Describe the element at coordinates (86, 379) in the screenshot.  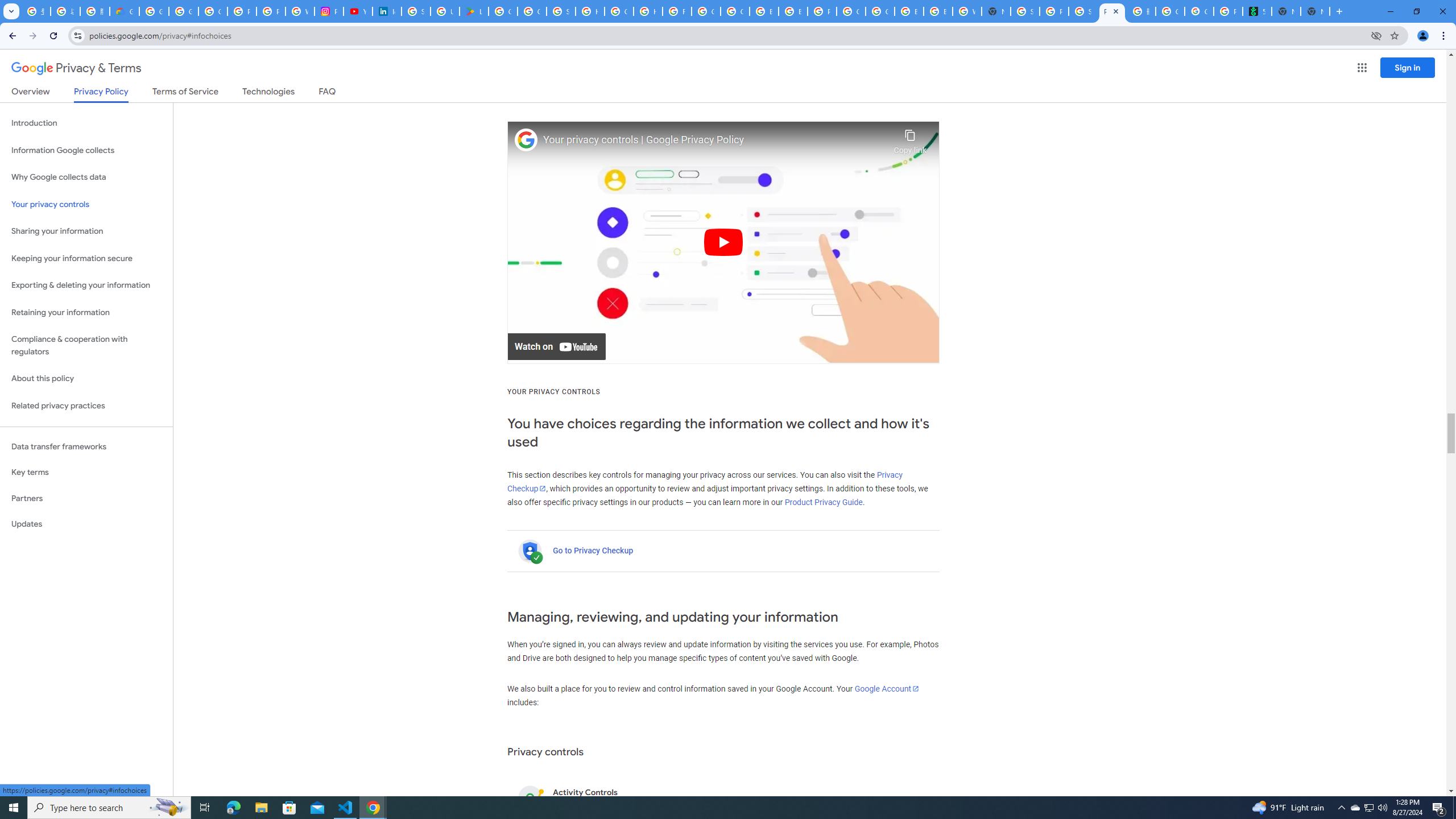
I see `'About this policy'` at that location.